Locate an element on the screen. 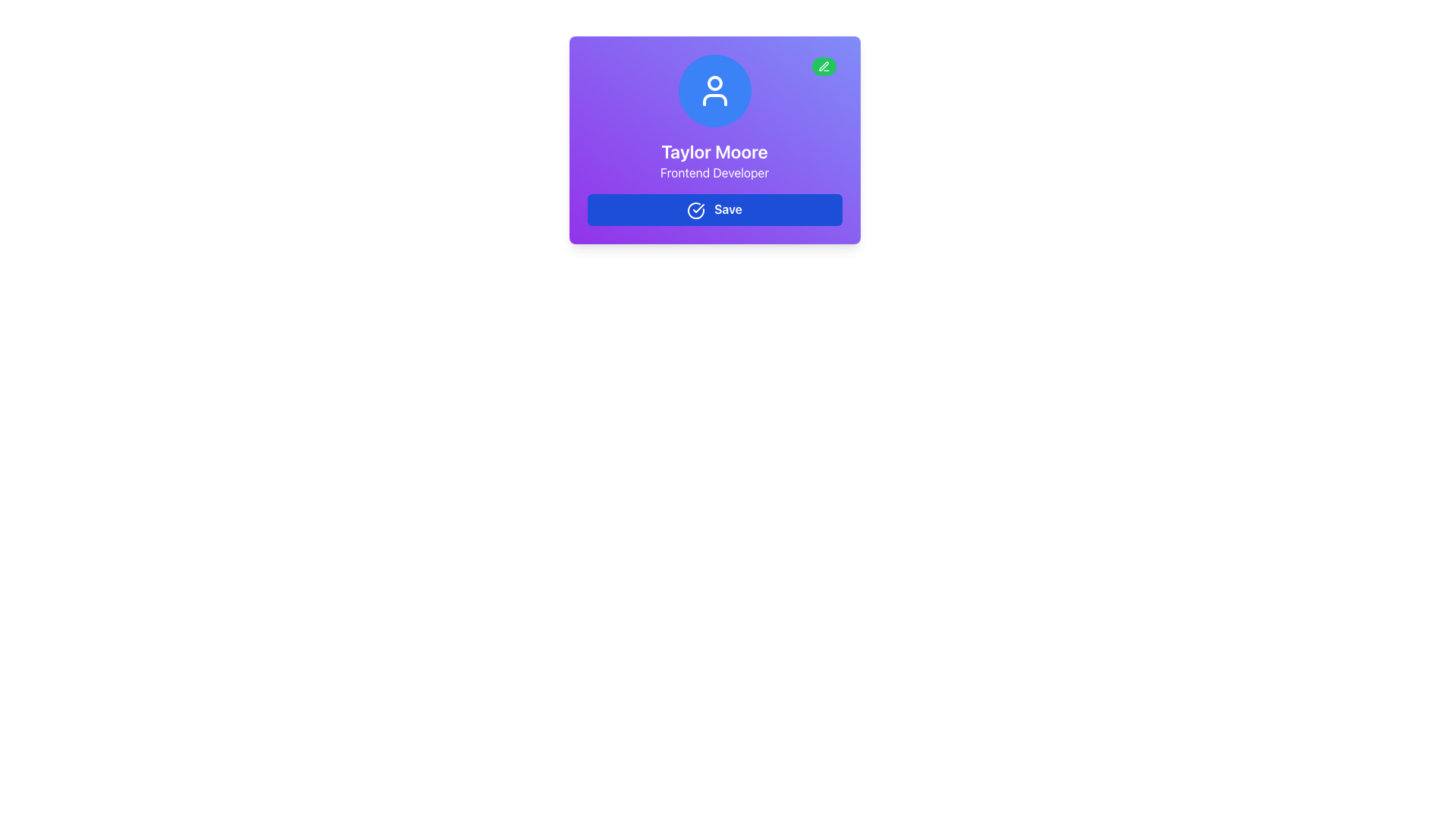 The image size is (1456, 819). the text label displaying 'Taylor Moore' which is centrally located within a card layout is located at coordinates (714, 152).